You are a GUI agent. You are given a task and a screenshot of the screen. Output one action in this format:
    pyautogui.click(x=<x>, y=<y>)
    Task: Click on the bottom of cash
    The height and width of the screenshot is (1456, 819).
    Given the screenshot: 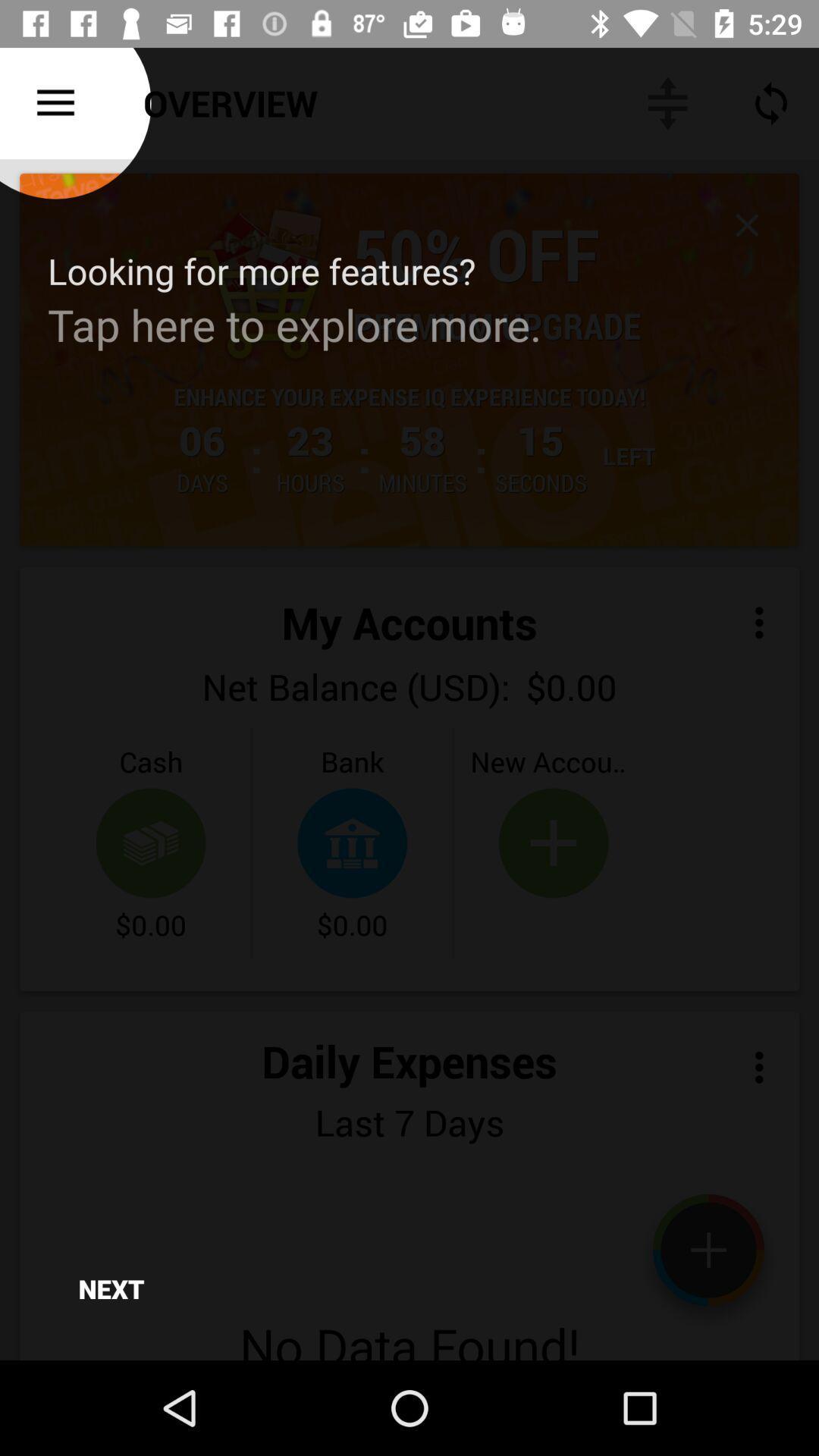 What is the action you would take?
    pyautogui.click(x=151, y=843)
    